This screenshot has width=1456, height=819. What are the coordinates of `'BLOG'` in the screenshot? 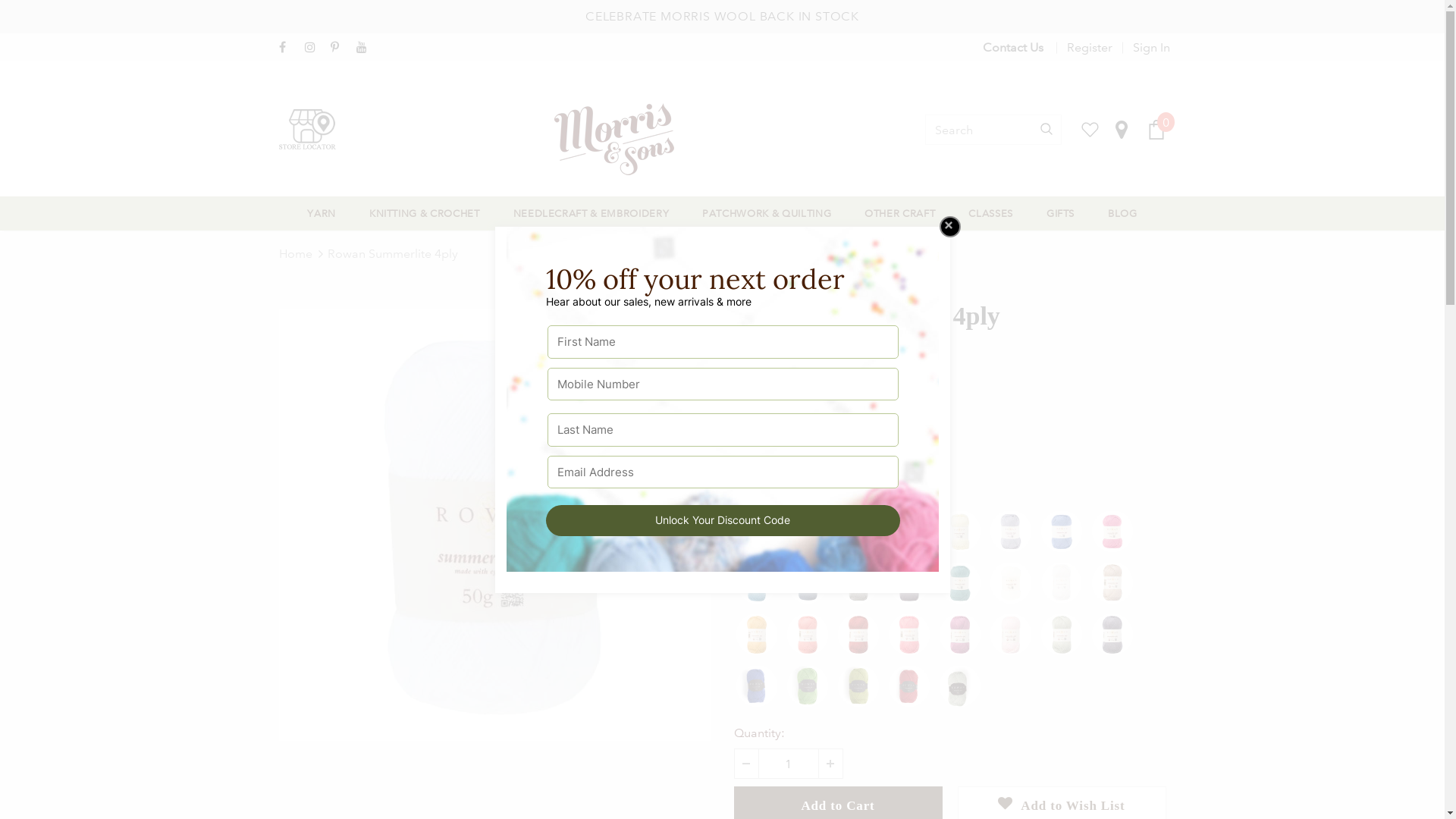 It's located at (1122, 213).